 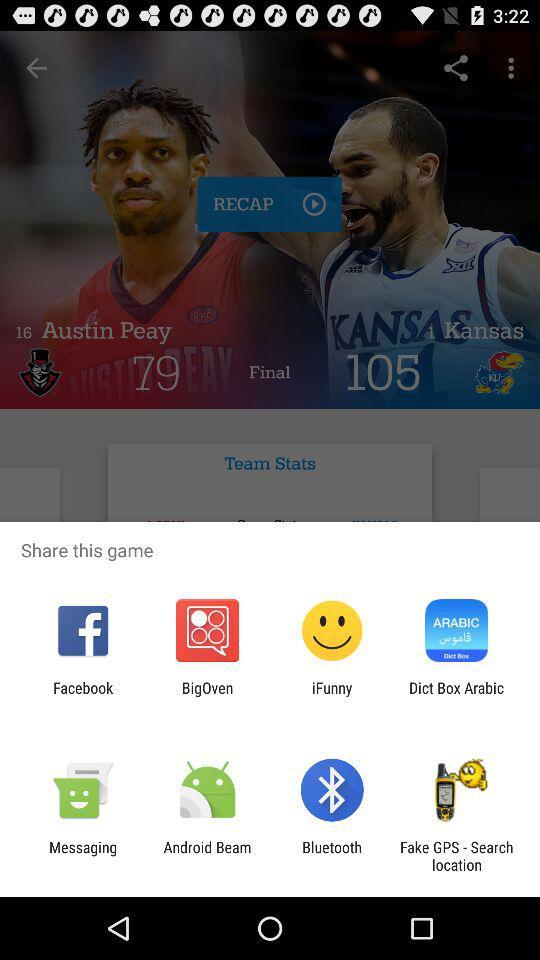 What do you see at coordinates (82, 855) in the screenshot?
I see `the messaging` at bounding box center [82, 855].